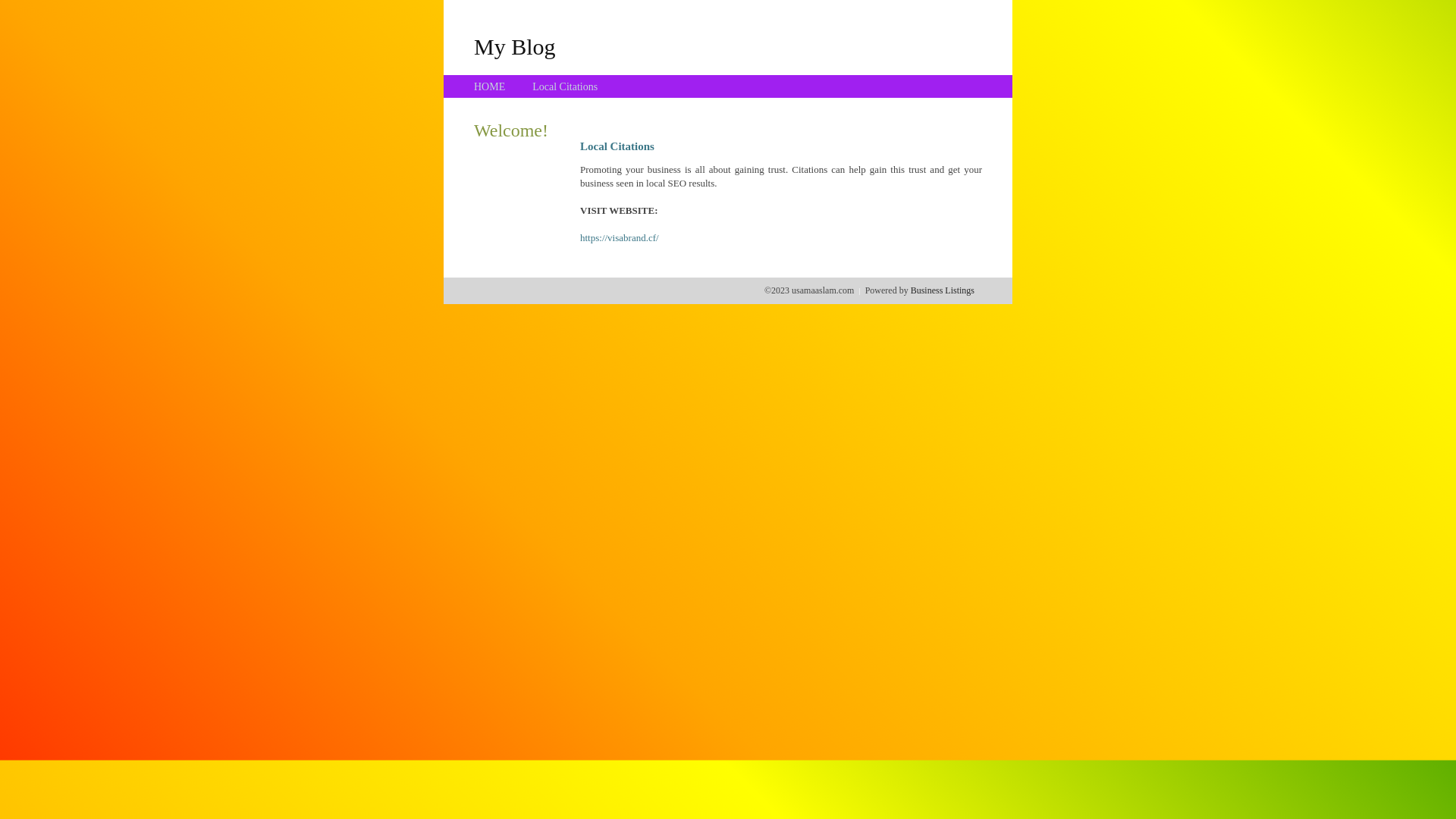 This screenshot has height=819, width=1456. What do you see at coordinates (942, 290) in the screenshot?
I see `'Business Listings'` at bounding box center [942, 290].